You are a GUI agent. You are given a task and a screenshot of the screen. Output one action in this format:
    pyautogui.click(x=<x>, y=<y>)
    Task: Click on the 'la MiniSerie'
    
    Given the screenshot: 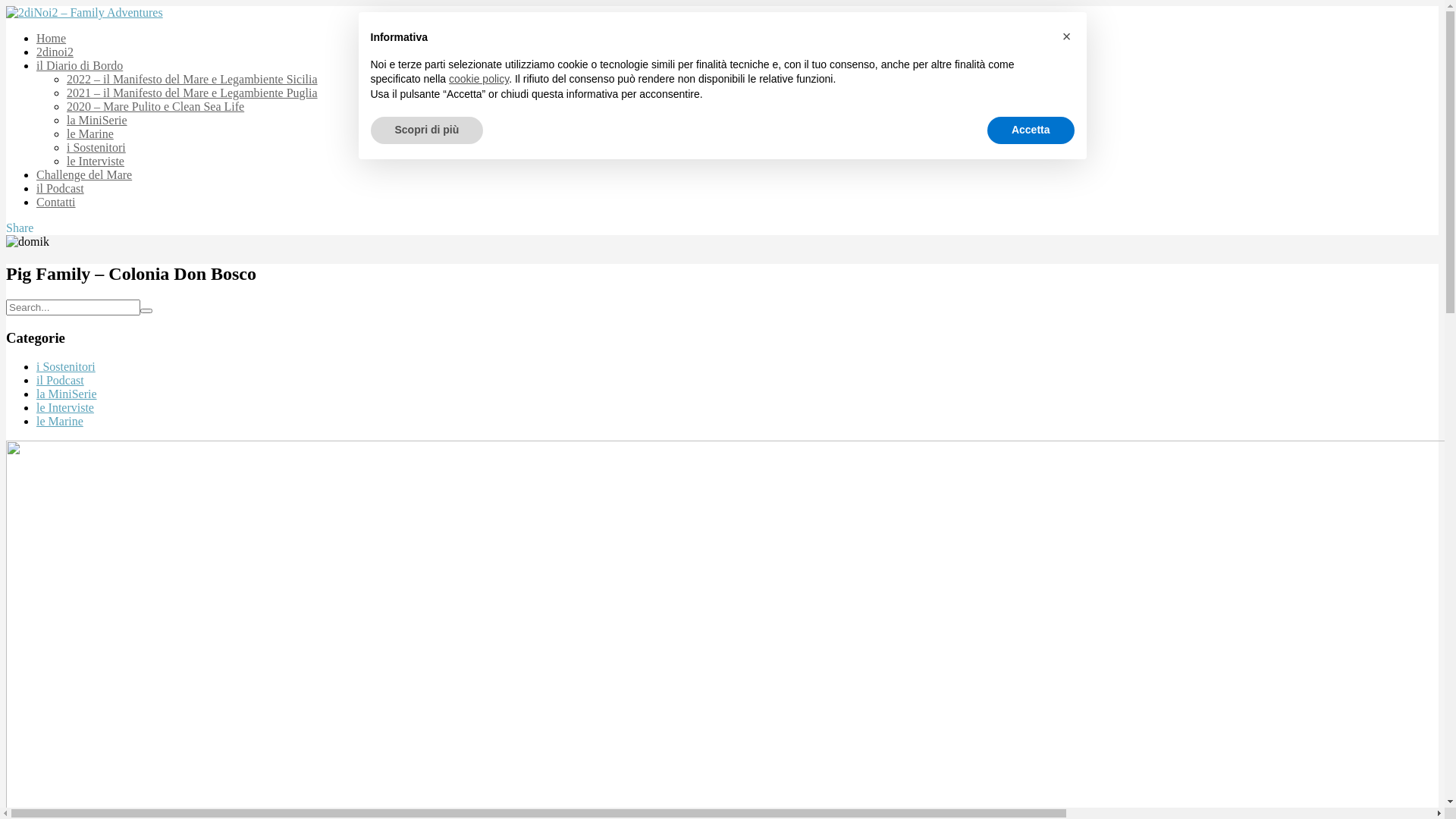 What is the action you would take?
    pyautogui.click(x=36, y=393)
    